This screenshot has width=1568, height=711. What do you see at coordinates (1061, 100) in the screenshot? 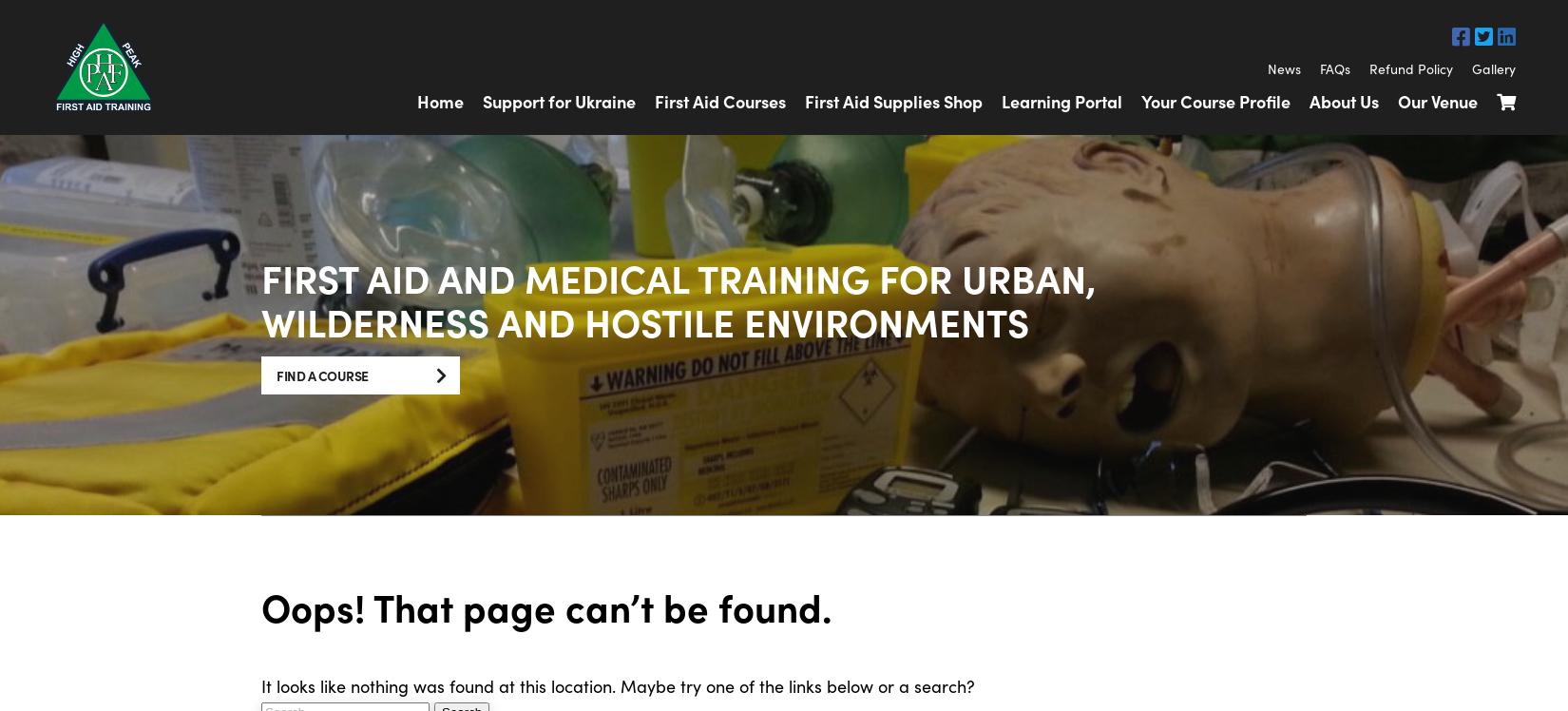
I see `'Learning Portal'` at bounding box center [1061, 100].